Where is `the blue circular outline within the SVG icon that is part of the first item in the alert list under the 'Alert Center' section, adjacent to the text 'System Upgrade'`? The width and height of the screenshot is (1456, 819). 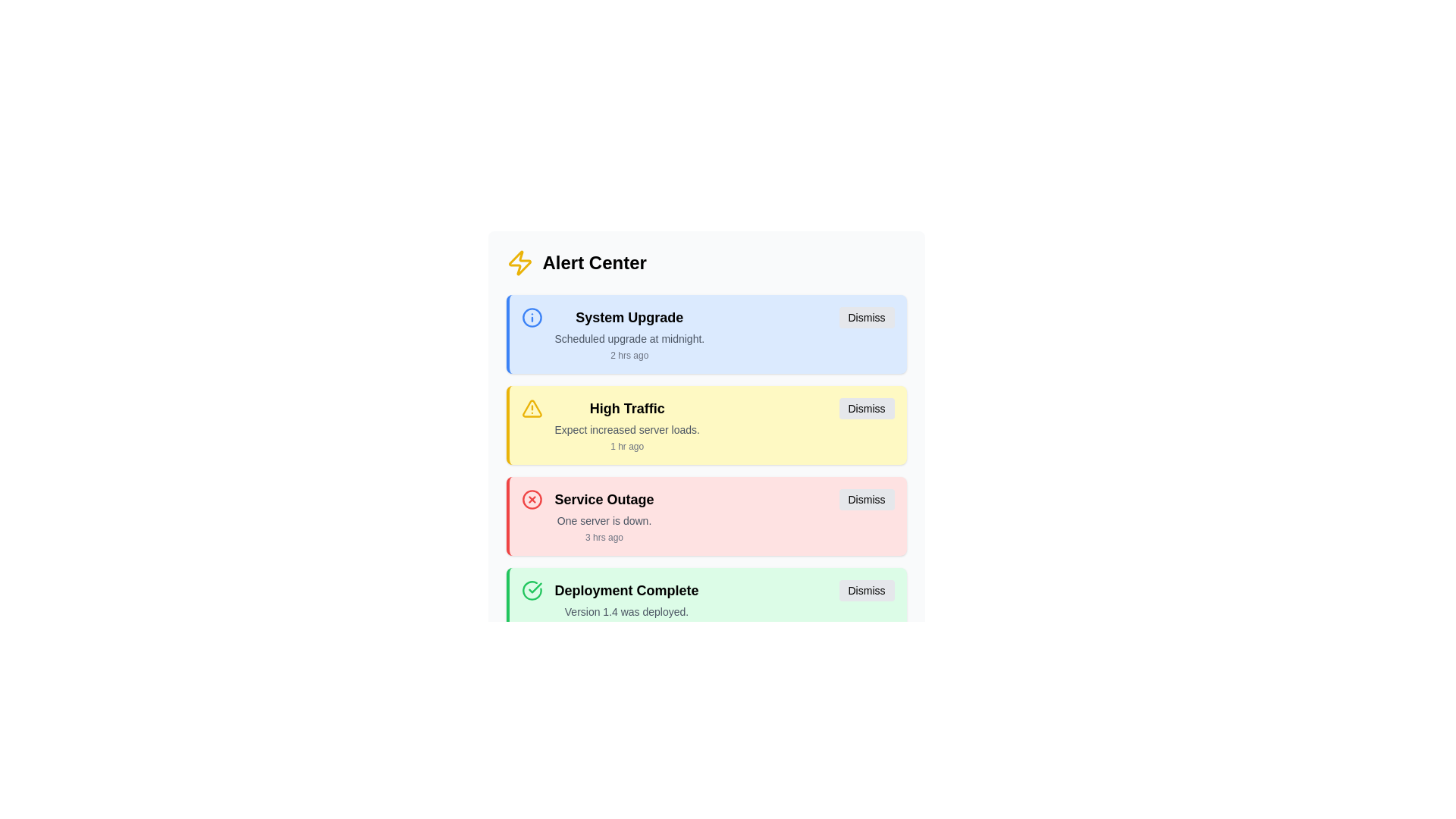
the blue circular outline within the SVG icon that is part of the first item in the alert list under the 'Alert Center' section, adjacent to the text 'System Upgrade' is located at coordinates (532, 317).